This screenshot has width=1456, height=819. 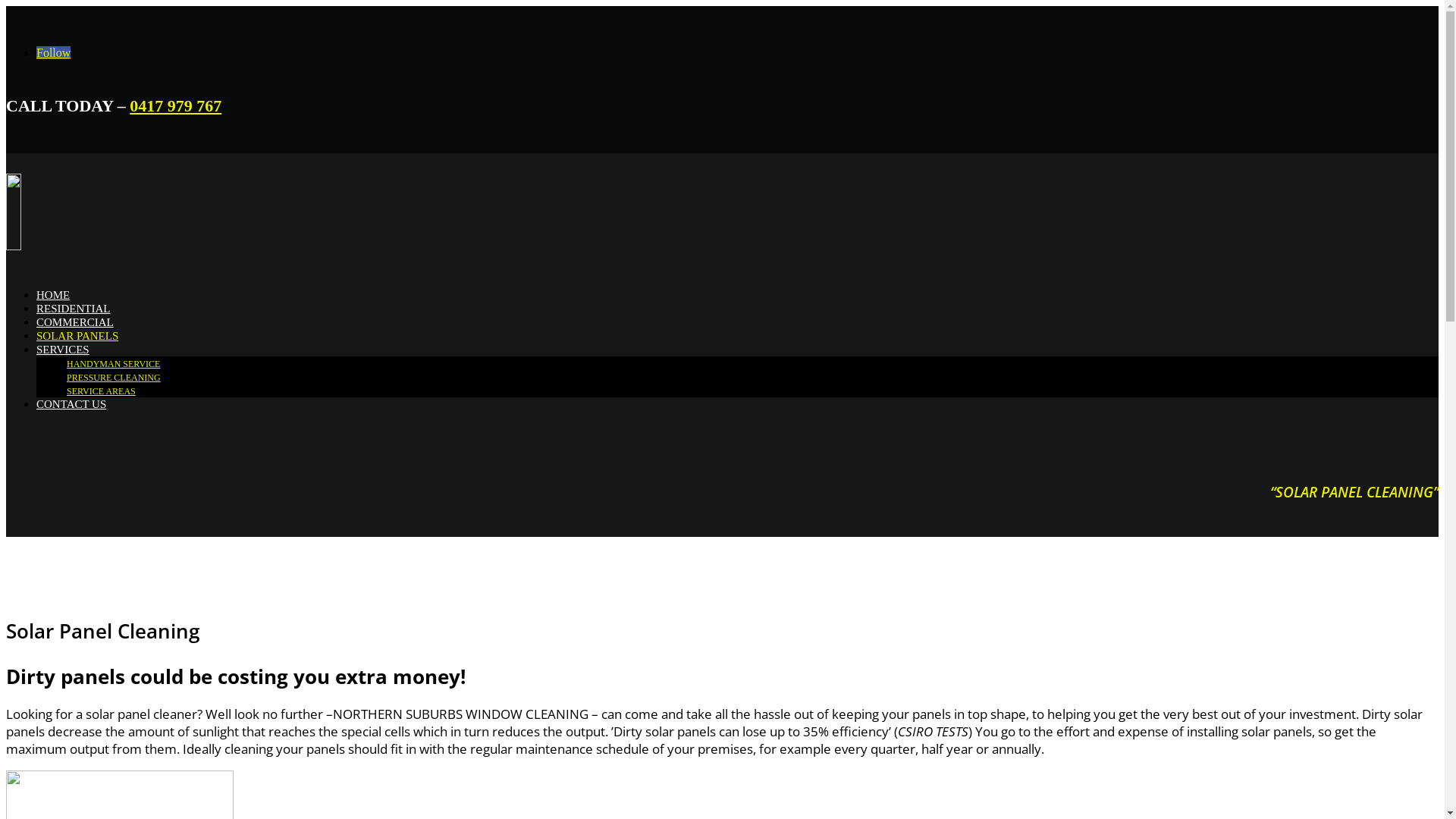 What do you see at coordinates (76, 335) in the screenshot?
I see `'SOLAR PANELS'` at bounding box center [76, 335].